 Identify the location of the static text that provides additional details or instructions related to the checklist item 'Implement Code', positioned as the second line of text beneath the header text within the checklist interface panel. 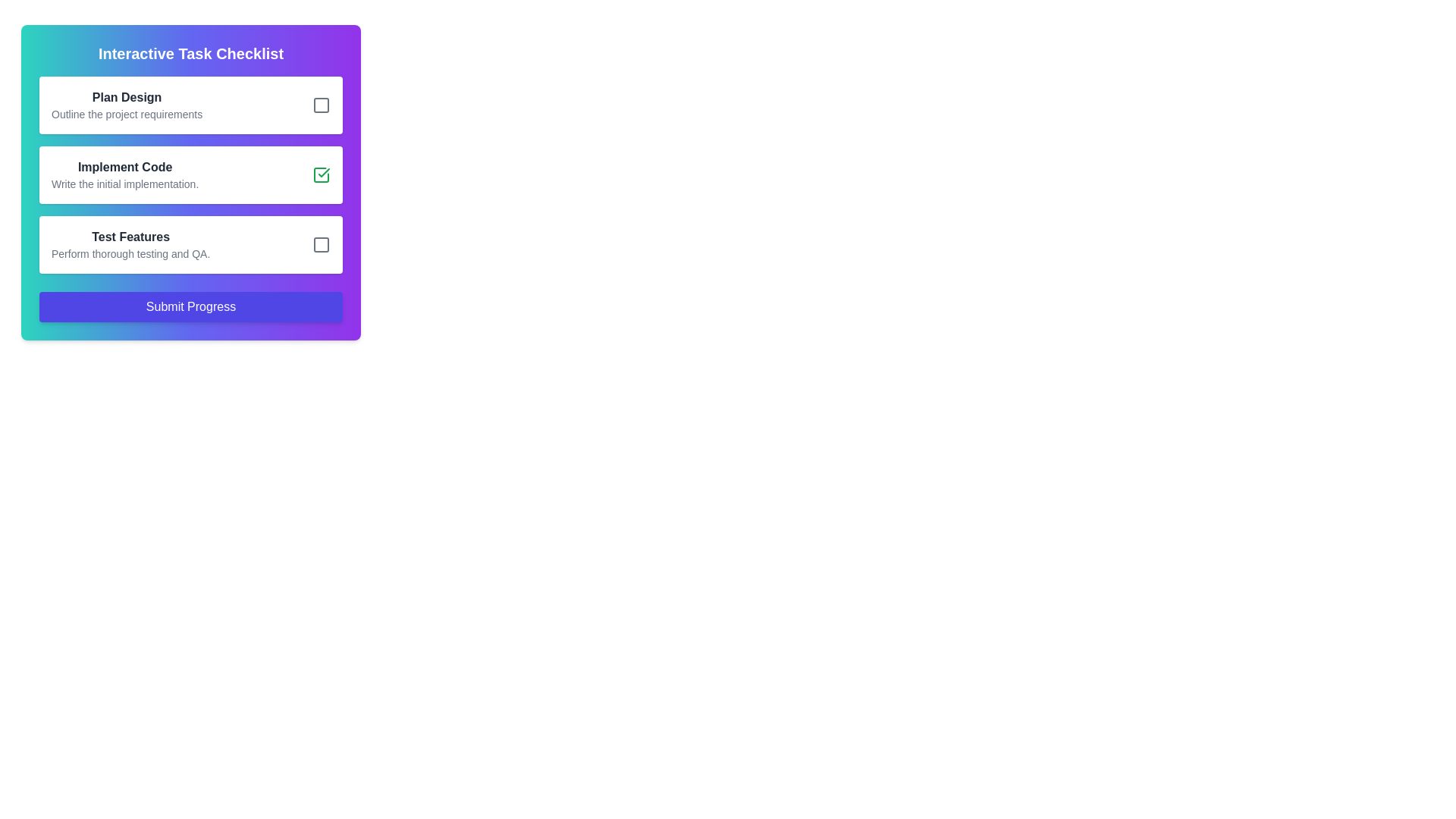
(125, 184).